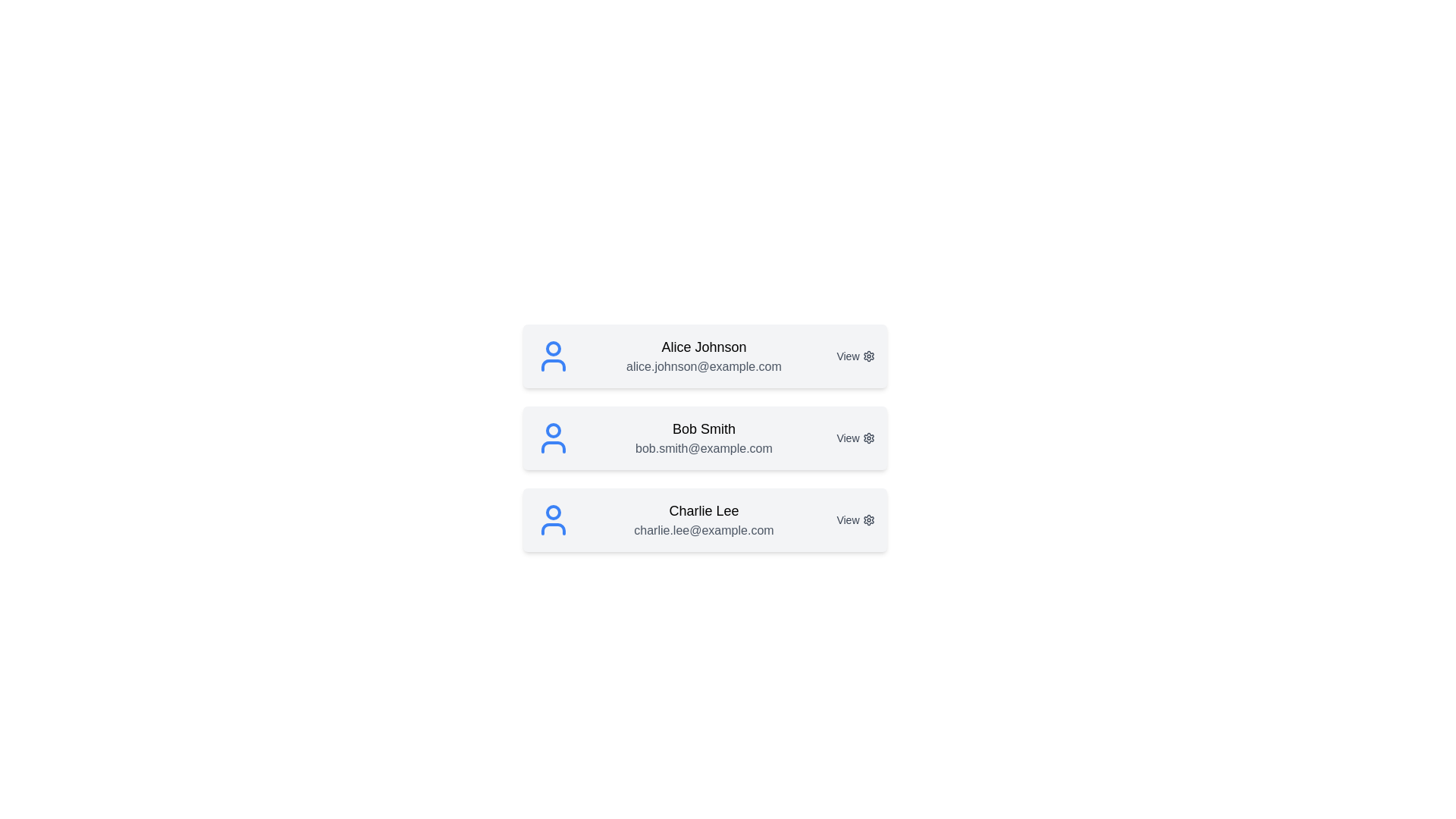 The height and width of the screenshot is (819, 1456). Describe the element at coordinates (868, 438) in the screenshot. I see `the gear/settings icon located to the right of the 'View' text associated with the user entry for 'Bob Smith'` at that location.